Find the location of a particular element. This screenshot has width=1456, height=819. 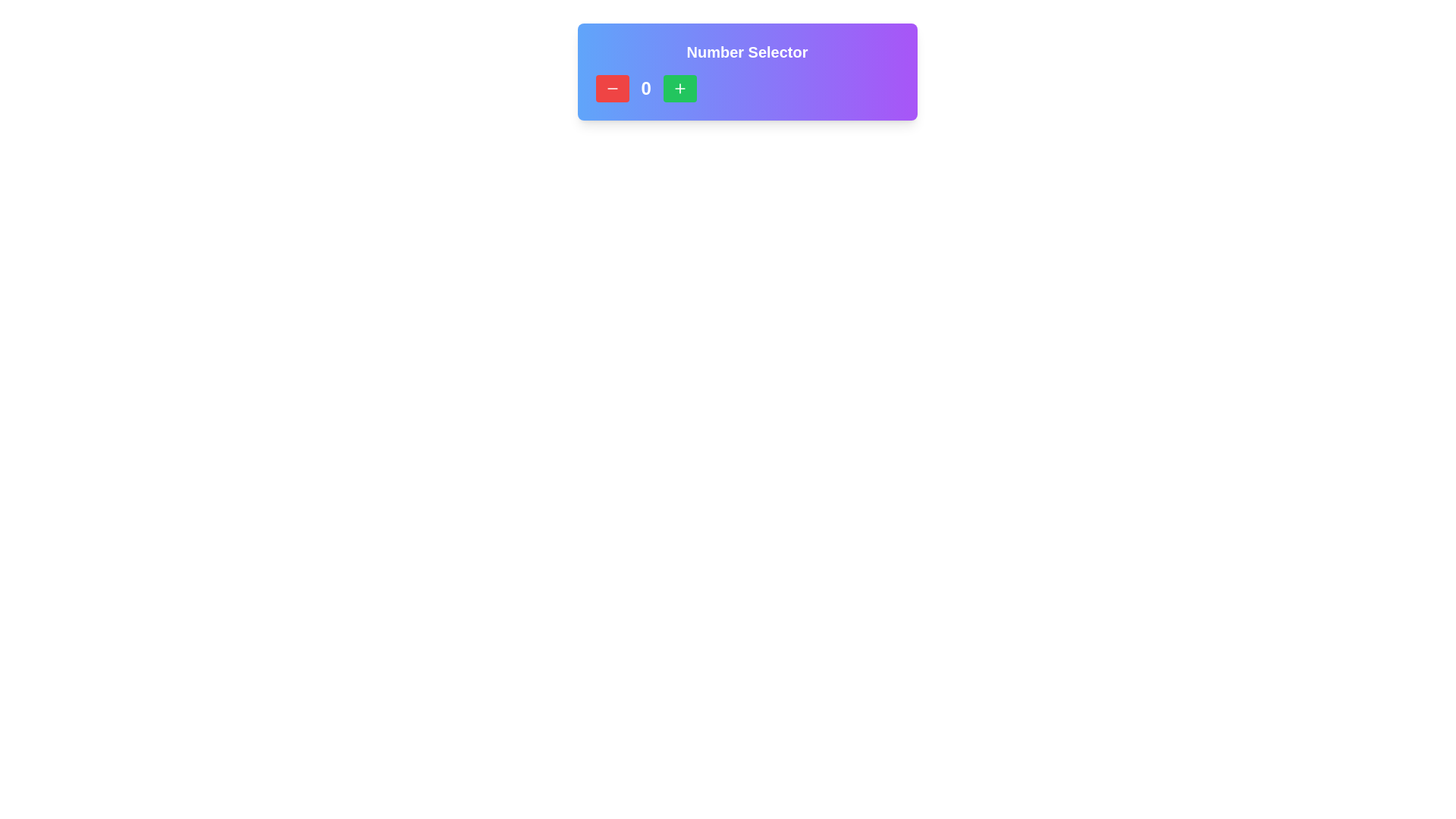

the text label that displays the current numeric value selected by the user, positioned centrally between the decrement and increment buttons is located at coordinates (646, 88).